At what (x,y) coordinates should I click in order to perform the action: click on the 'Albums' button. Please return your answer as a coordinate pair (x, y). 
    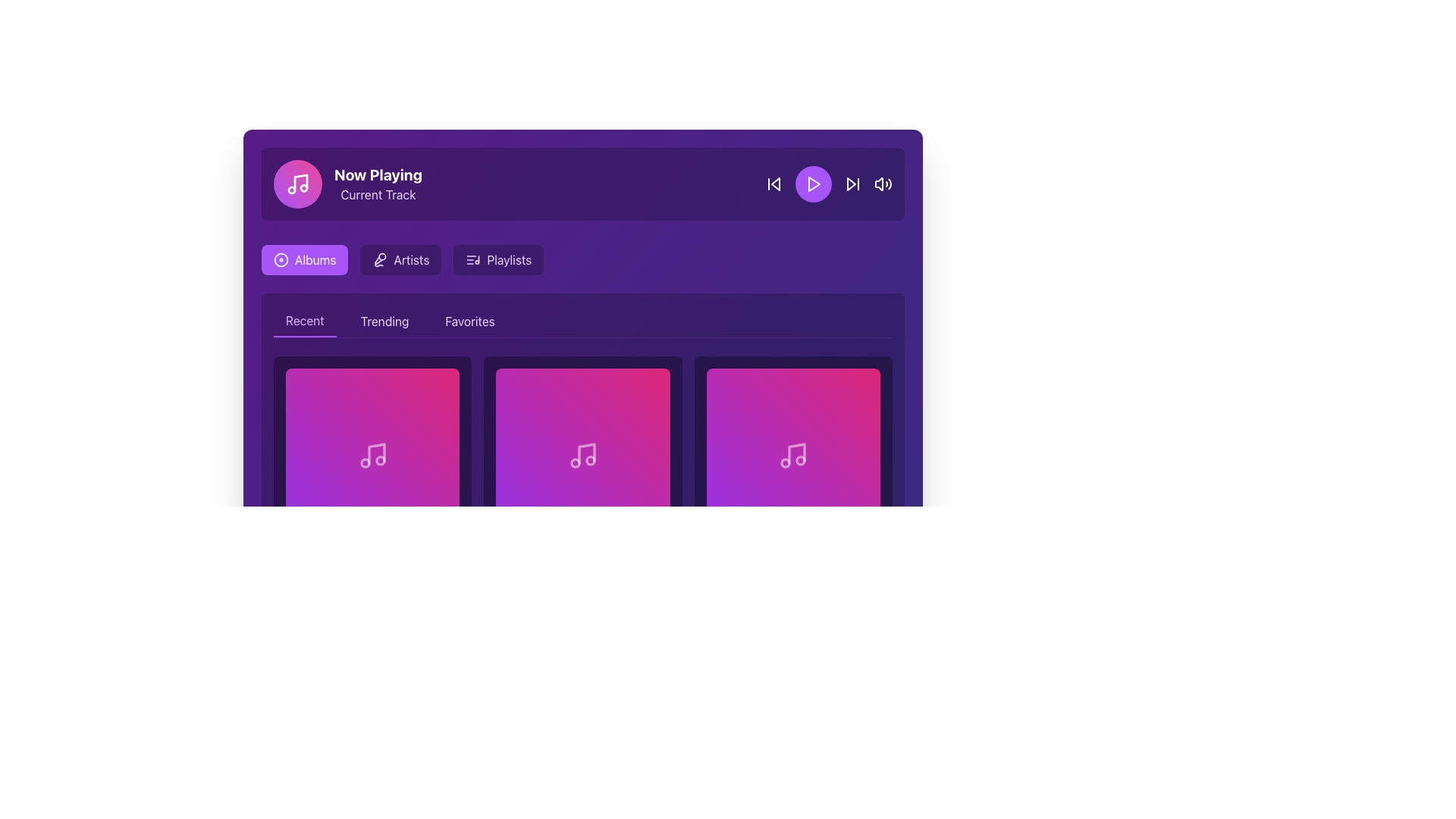
    Looking at the image, I should click on (304, 259).